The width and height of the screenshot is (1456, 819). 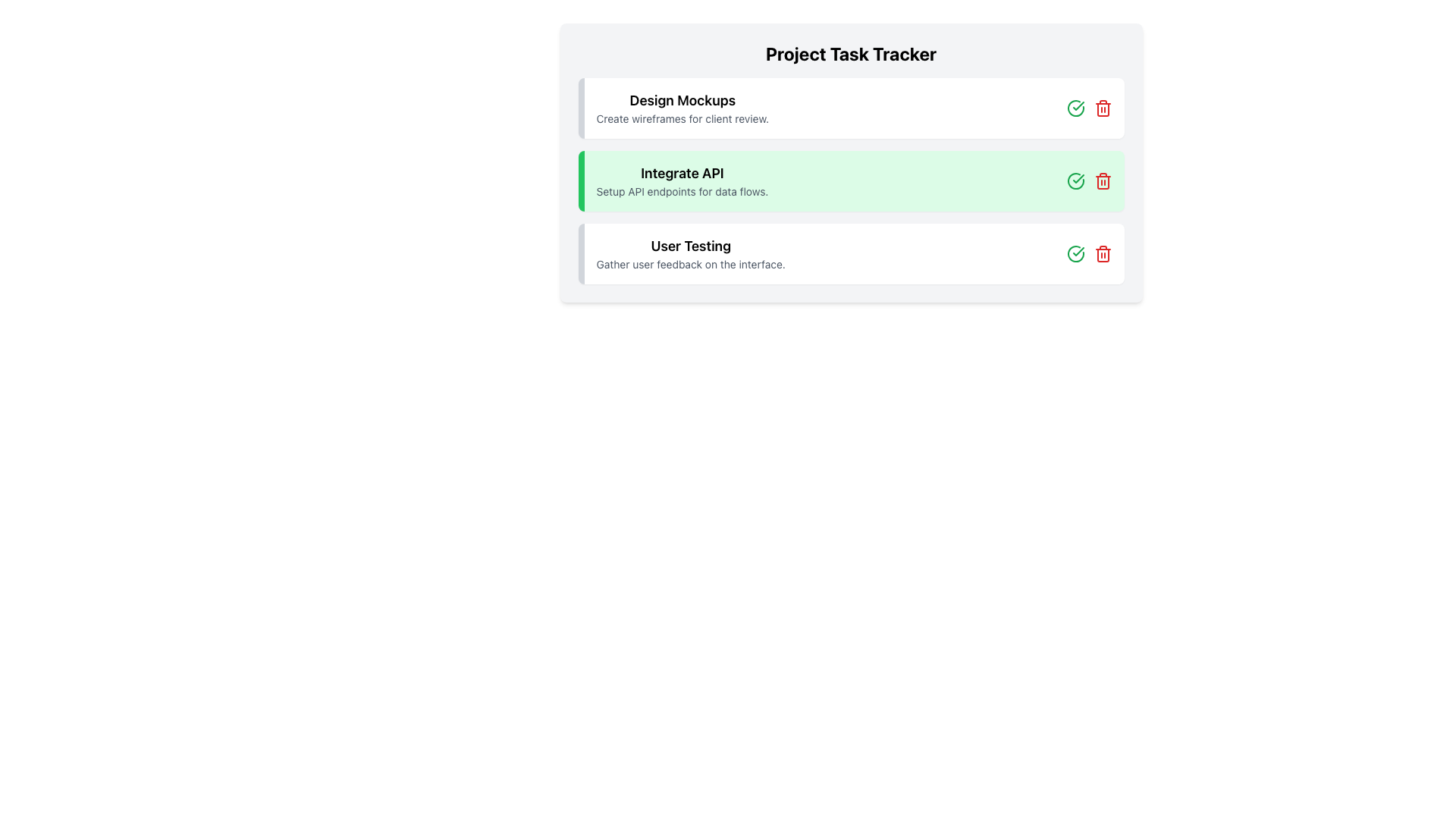 What do you see at coordinates (1077, 250) in the screenshot?
I see `the checkmark icon styled in a thin, rounded-line SVG format, located in the right section of the task labeled 'Integrate API', near the green background area indicating task completion` at bounding box center [1077, 250].